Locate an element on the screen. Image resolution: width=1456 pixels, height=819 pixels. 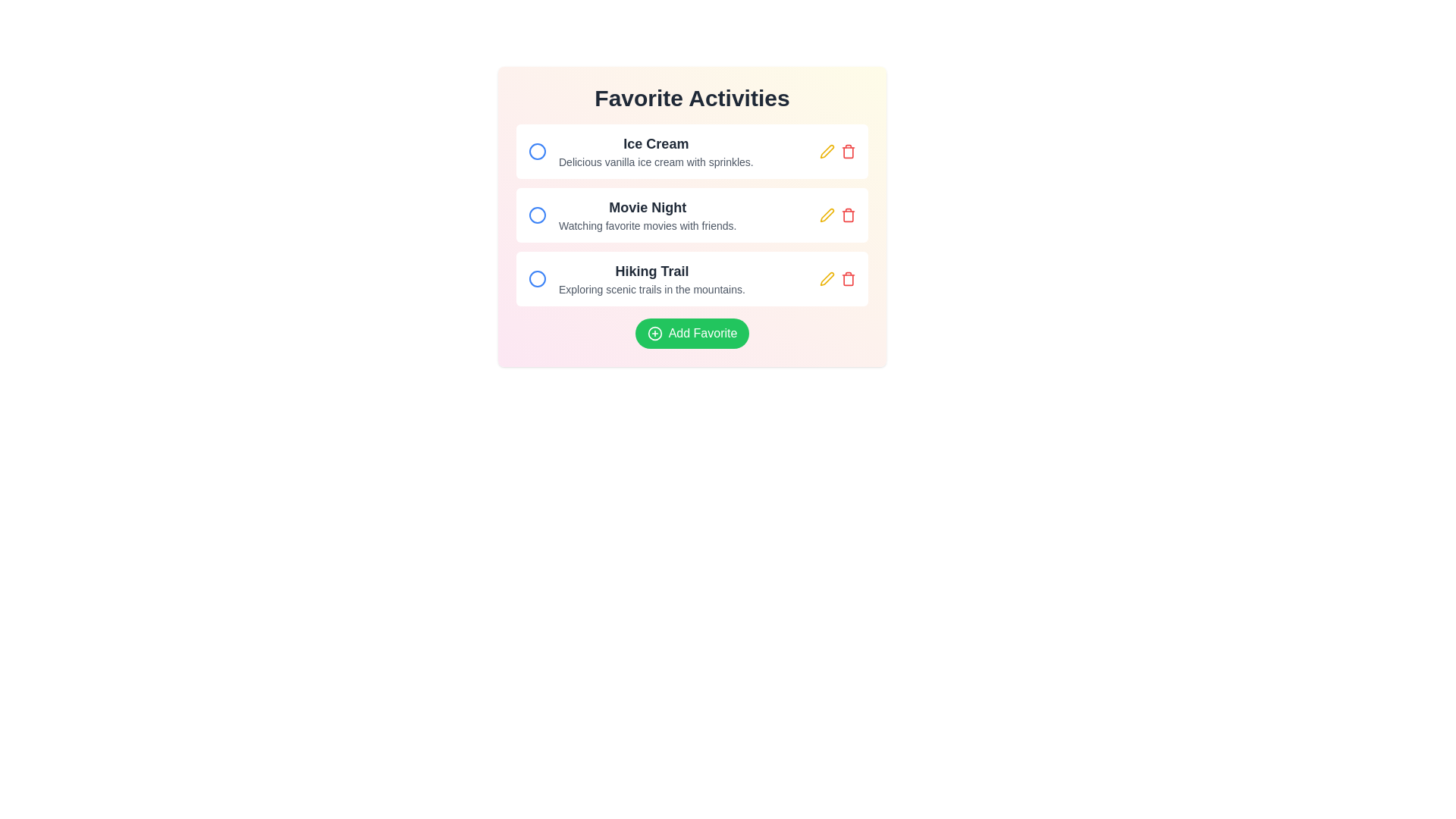
the circular green icon within the 'Add Favorite' button located at the bottom section of the interface is located at coordinates (654, 332).